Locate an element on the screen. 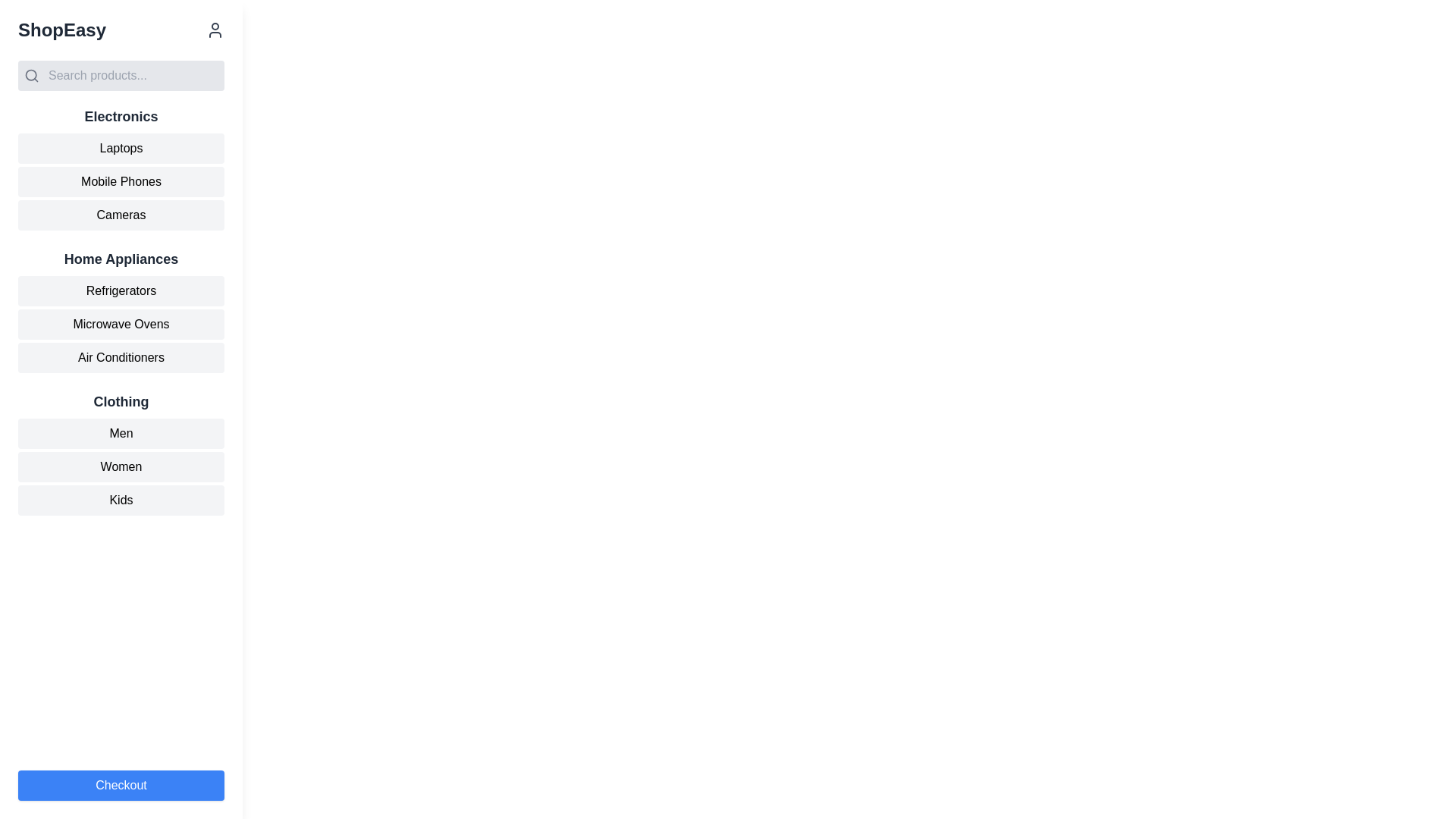 This screenshot has height=819, width=1456. the 'Kids' button, which is a rectangular button with a light gray background and black text, positioned under the 'Women' button in the 'Clothing' section is located at coordinates (120, 500).